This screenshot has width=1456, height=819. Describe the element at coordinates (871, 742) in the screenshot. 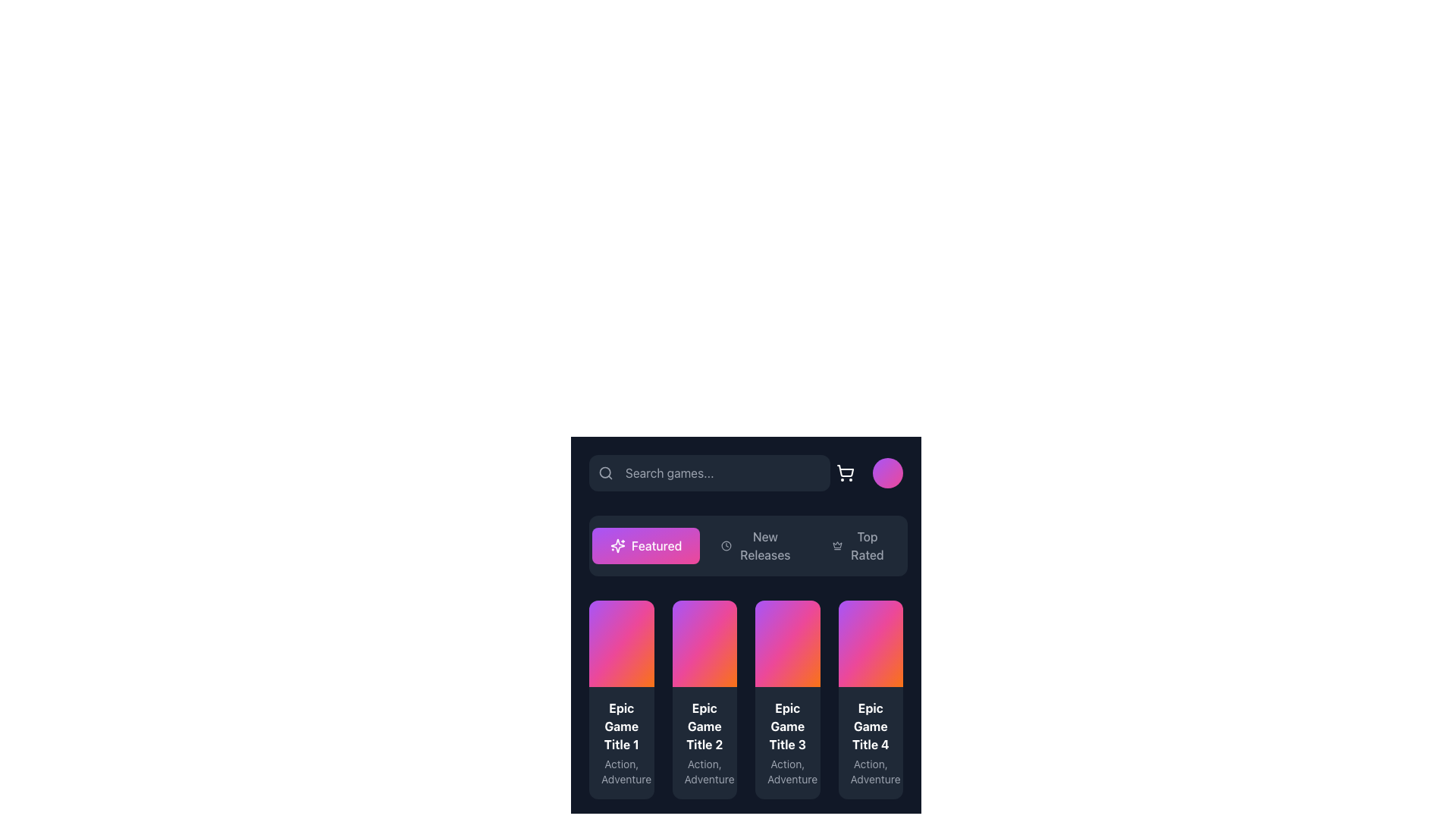

I see `text displayed in the text block titled 'Epic Game Title 4' which is located at the bottom of the fourth game card` at that location.